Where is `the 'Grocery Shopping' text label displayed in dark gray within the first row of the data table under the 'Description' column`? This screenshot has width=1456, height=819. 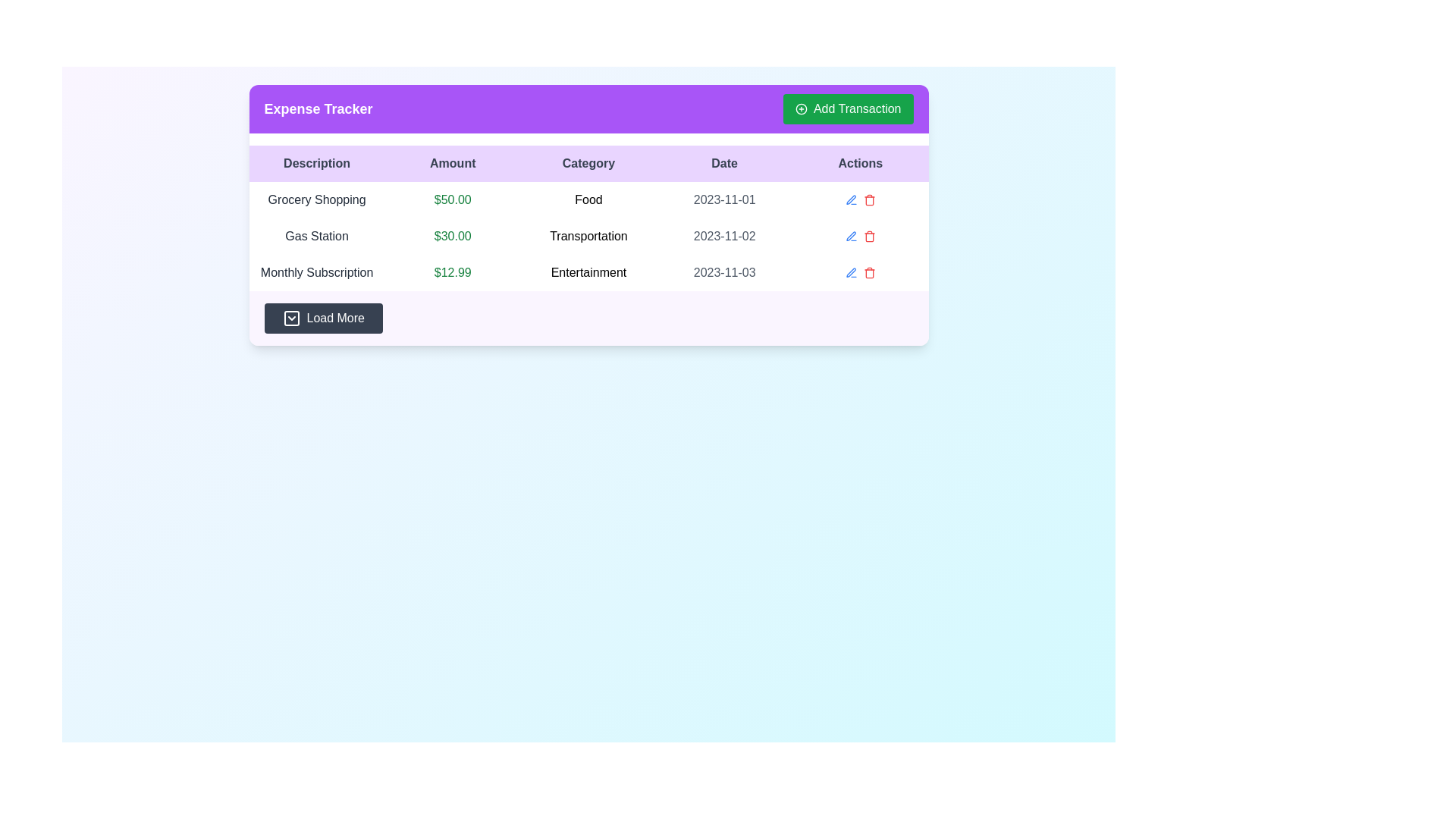 the 'Grocery Shopping' text label displayed in dark gray within the first row of the data table under the 'Description' column is located at coordinates (316, 199).